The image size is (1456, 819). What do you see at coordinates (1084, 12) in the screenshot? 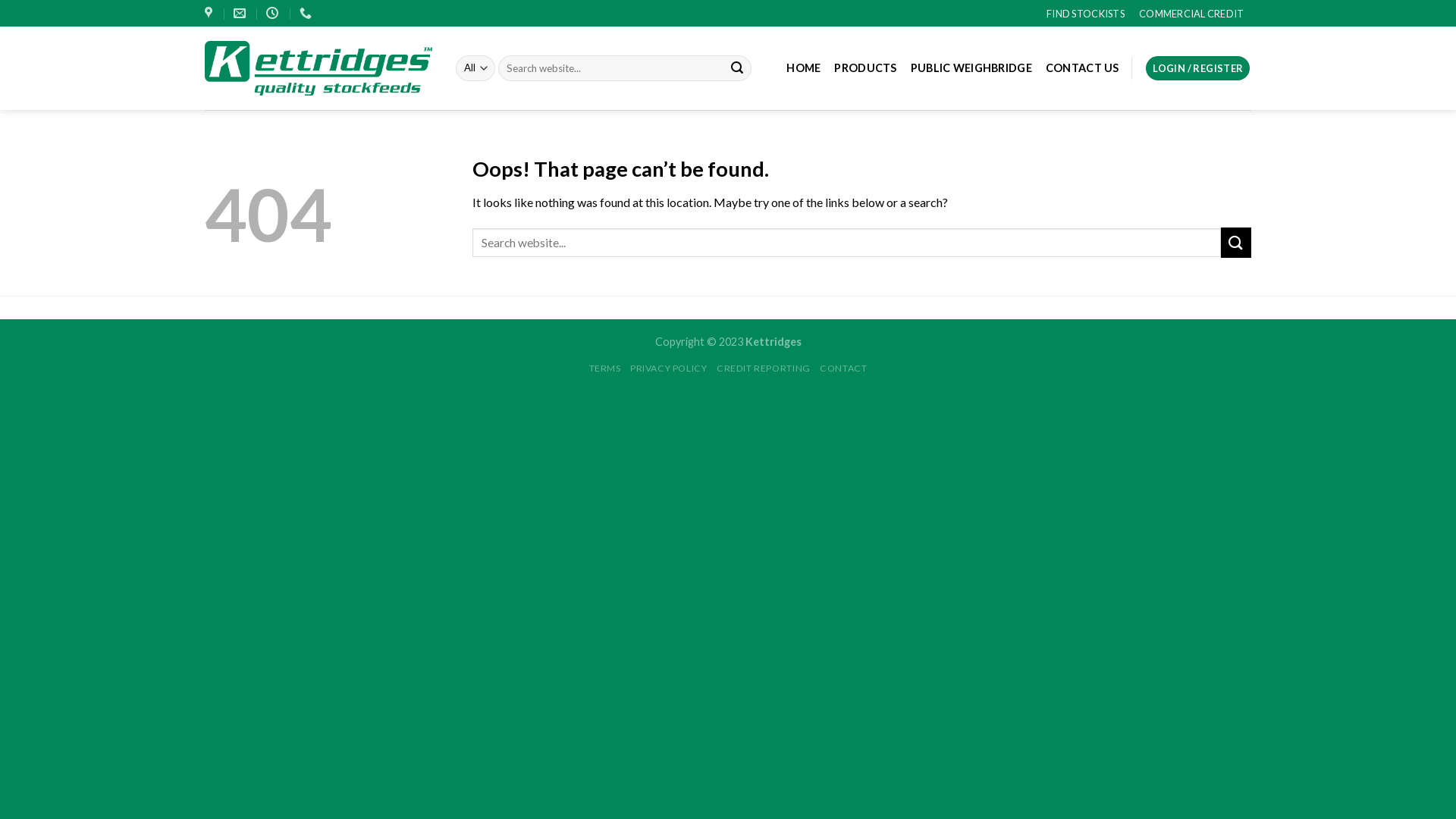
I see `'FIND STOCKISTS'` at bounding box center [1084, 12].